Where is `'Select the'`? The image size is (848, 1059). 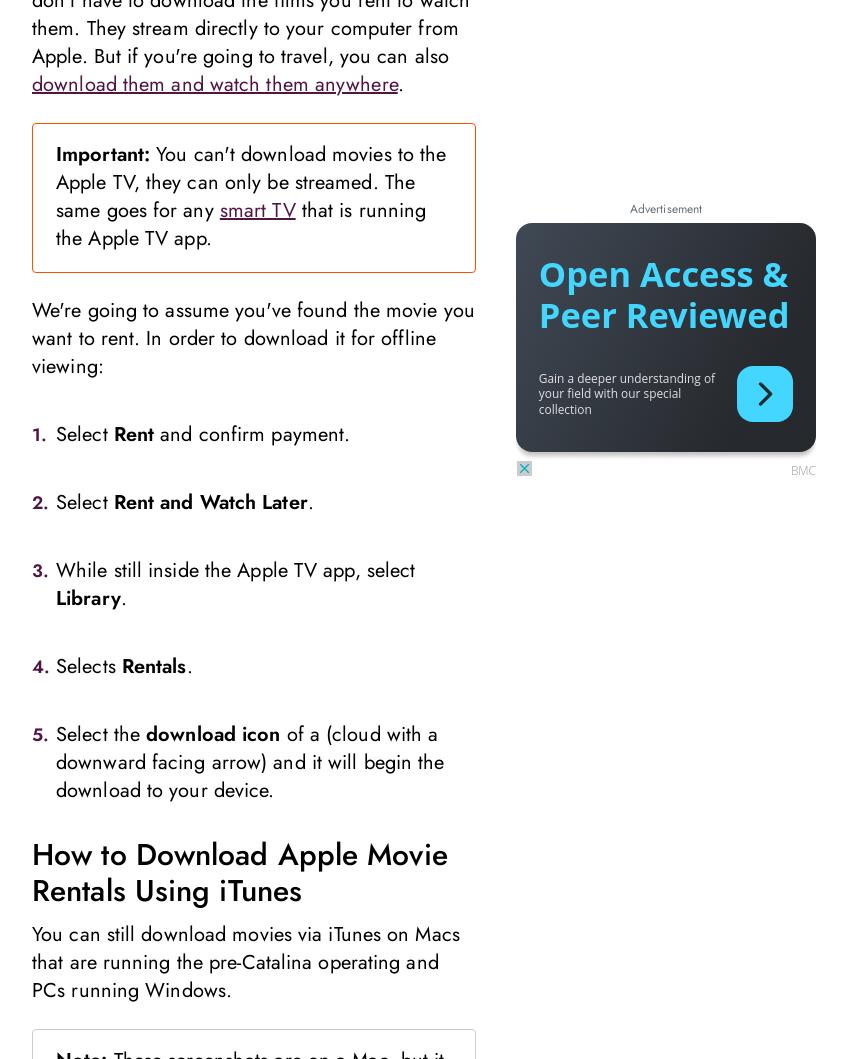
'Select the' is located at coordinates (100, 733).